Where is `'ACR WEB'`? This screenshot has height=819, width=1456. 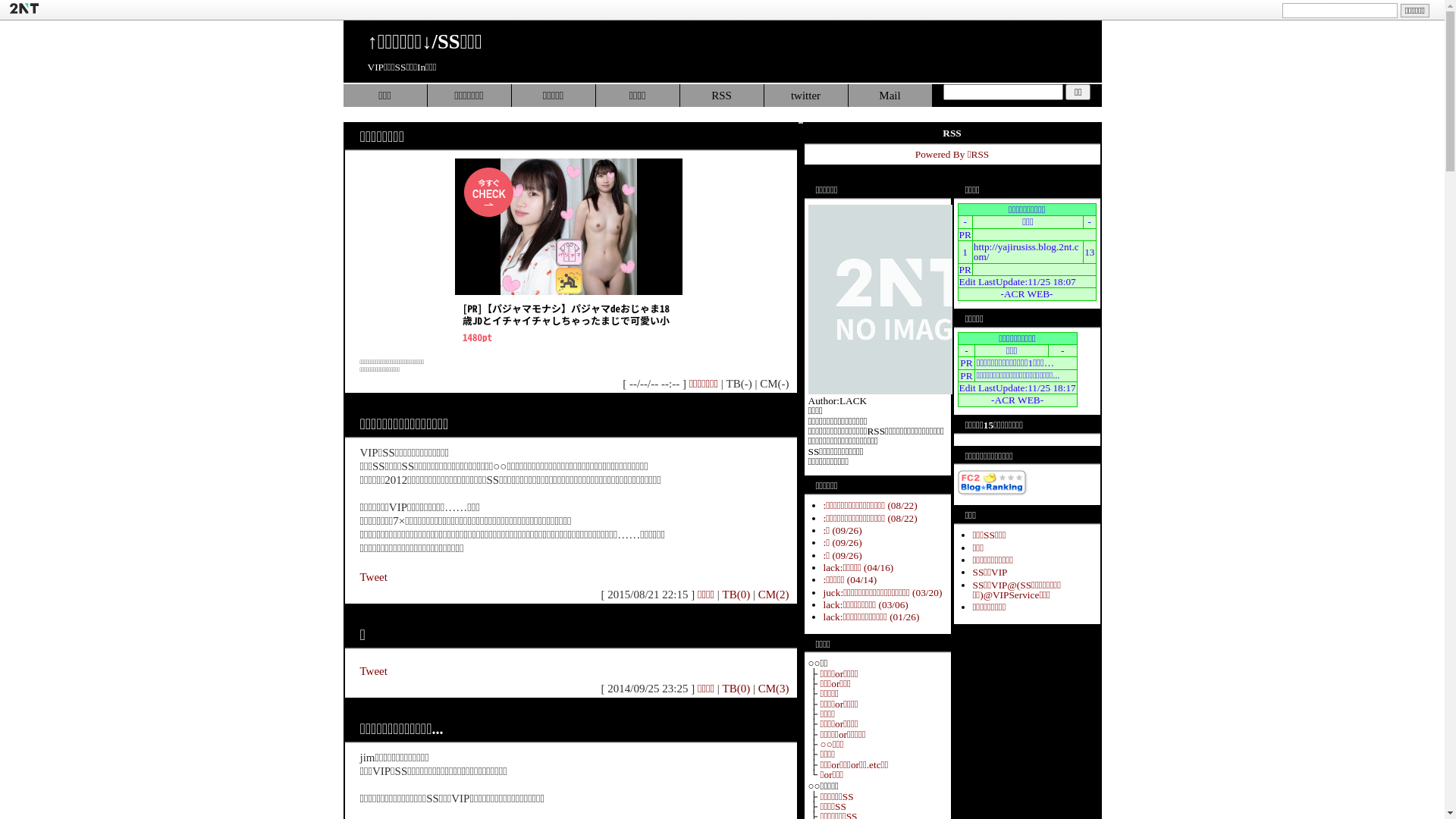 'ACR WEB' is located at coordinates (1026, 293).